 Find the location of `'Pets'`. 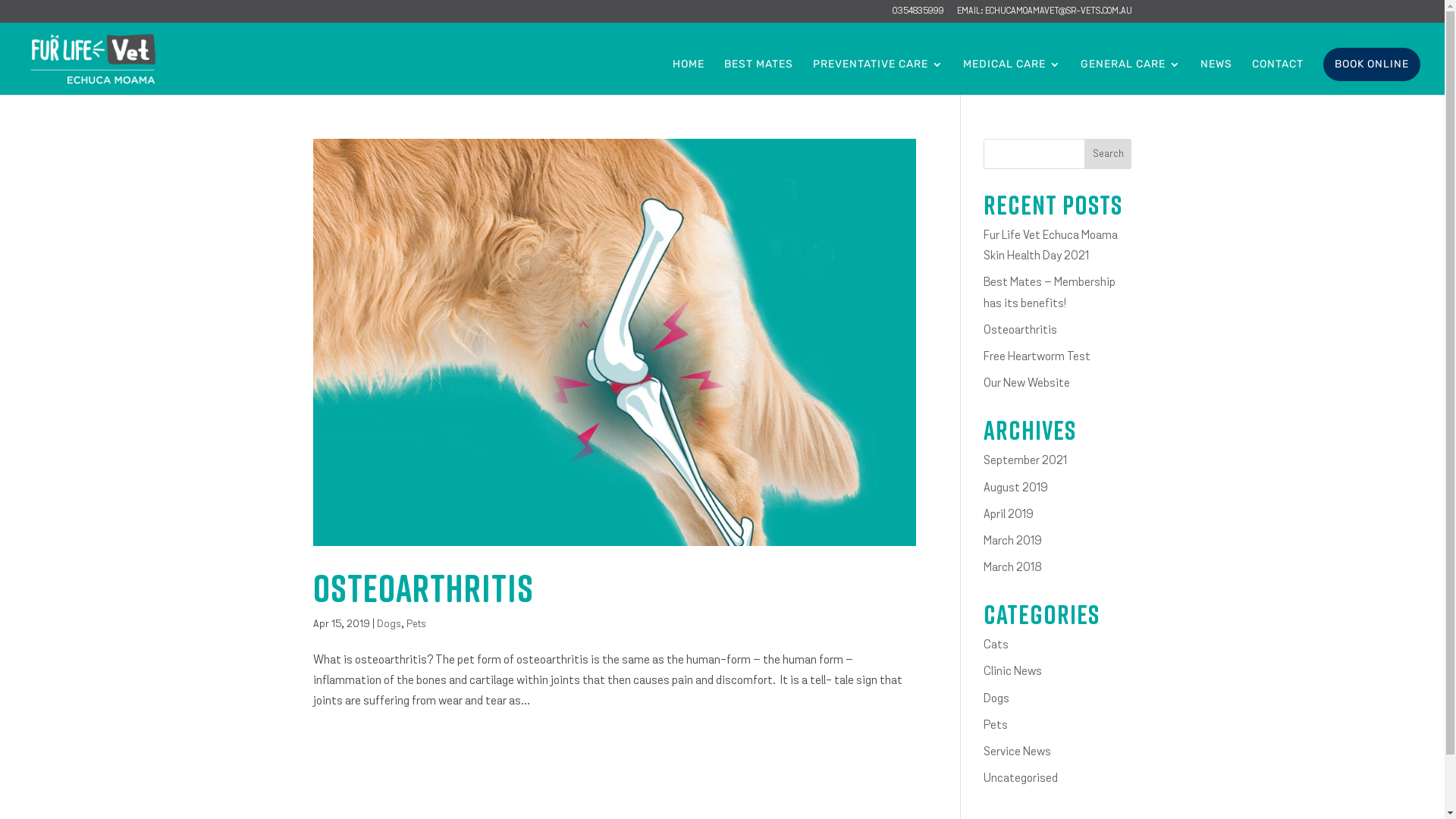

'Pets' is located at coordinates (416, 624).